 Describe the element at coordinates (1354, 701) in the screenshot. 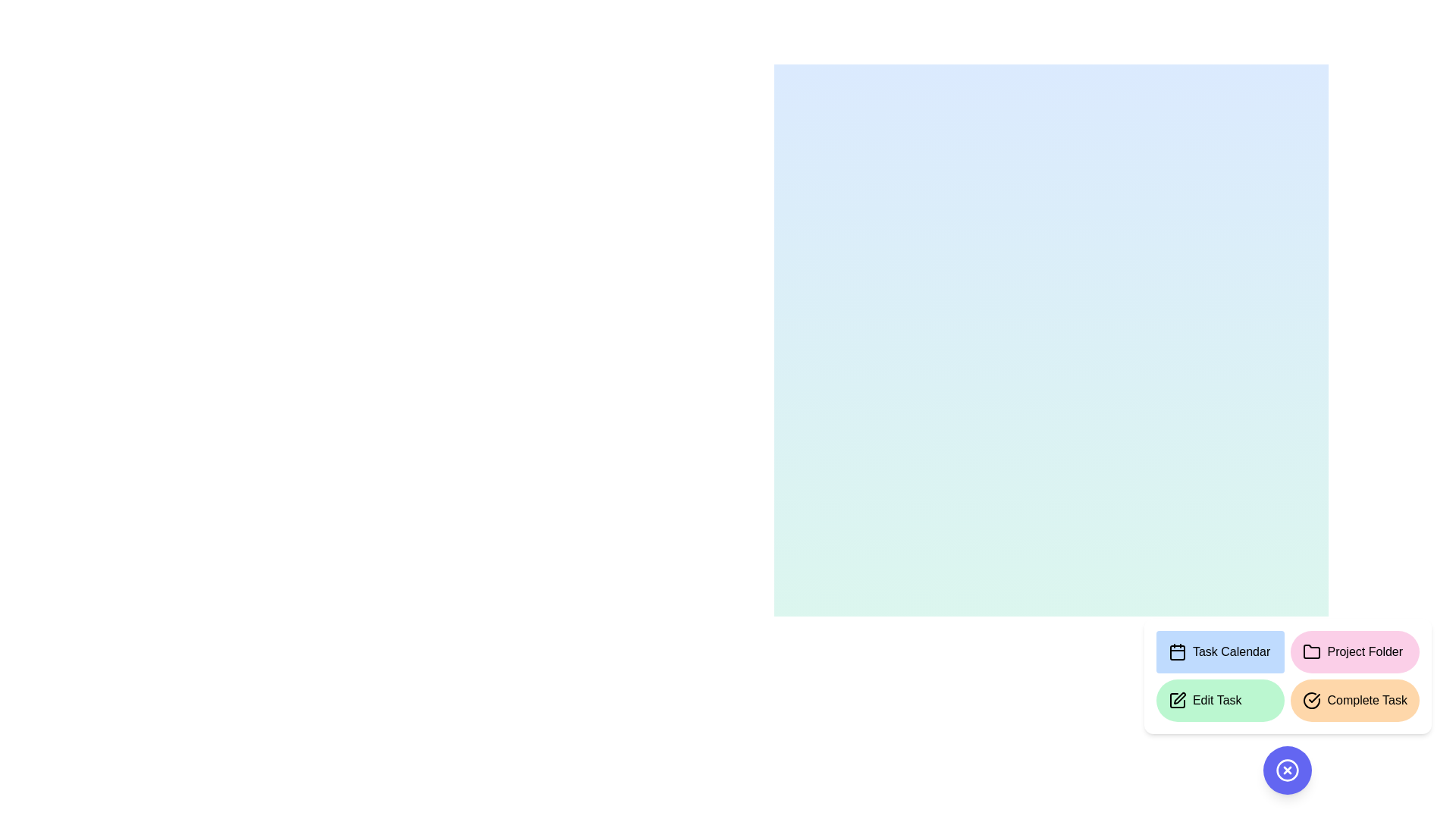

I see `the button located in the bottom-right region of the interface to mark the task as complete` at that location.